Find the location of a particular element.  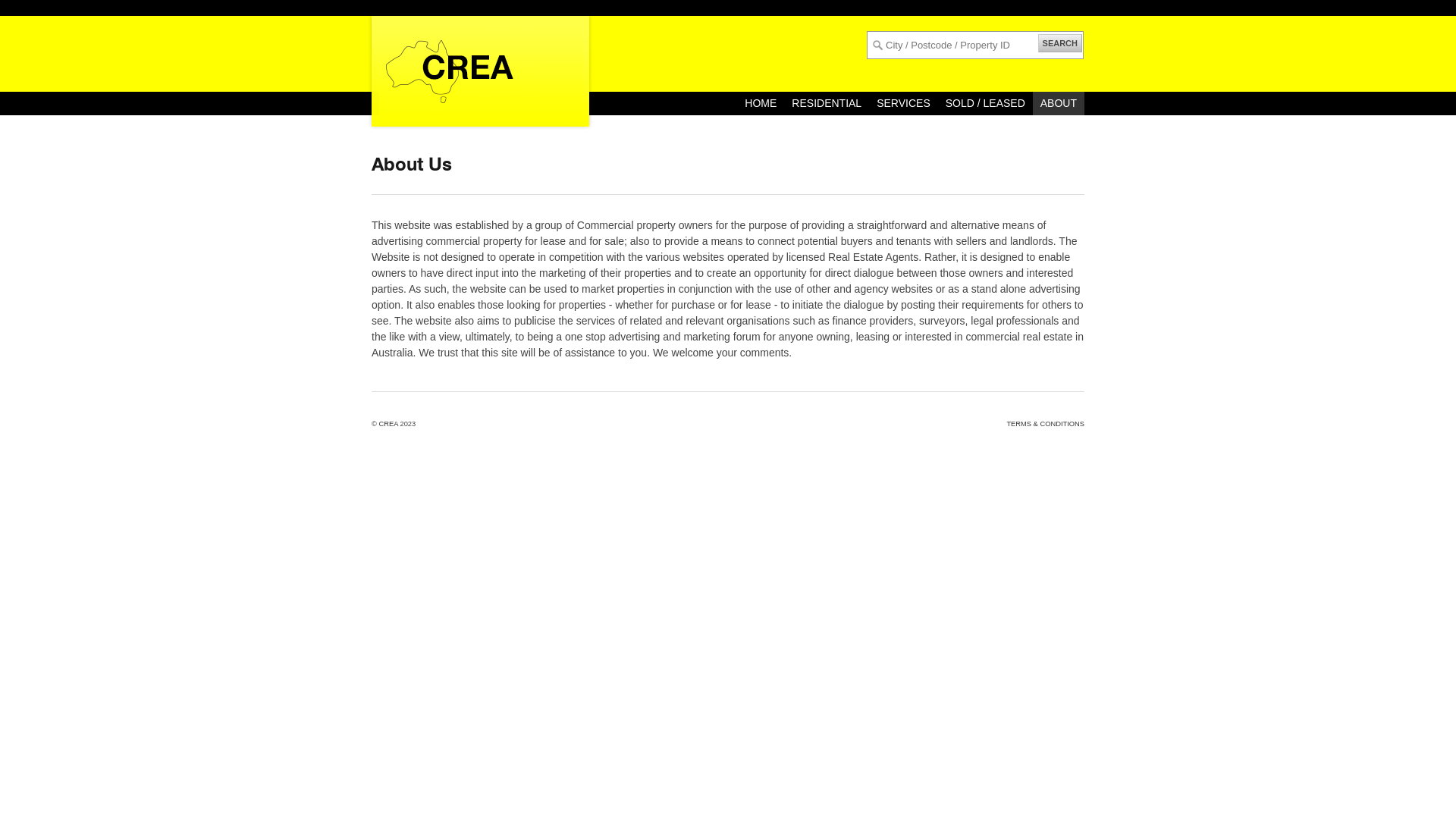

'SEARCH' is located at coordinates (1059, 42).